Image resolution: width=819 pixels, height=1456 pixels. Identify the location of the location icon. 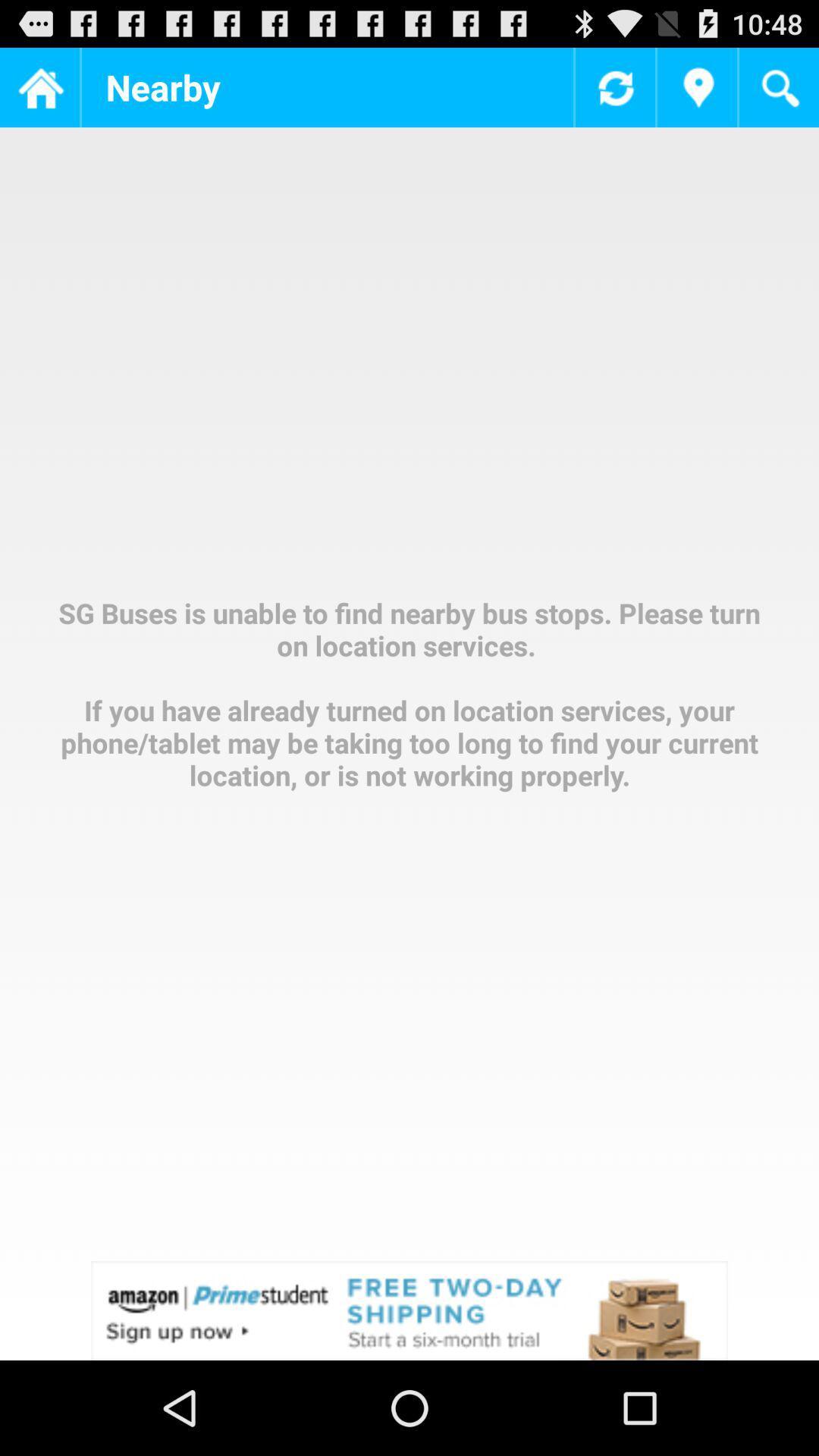
(697, 93).